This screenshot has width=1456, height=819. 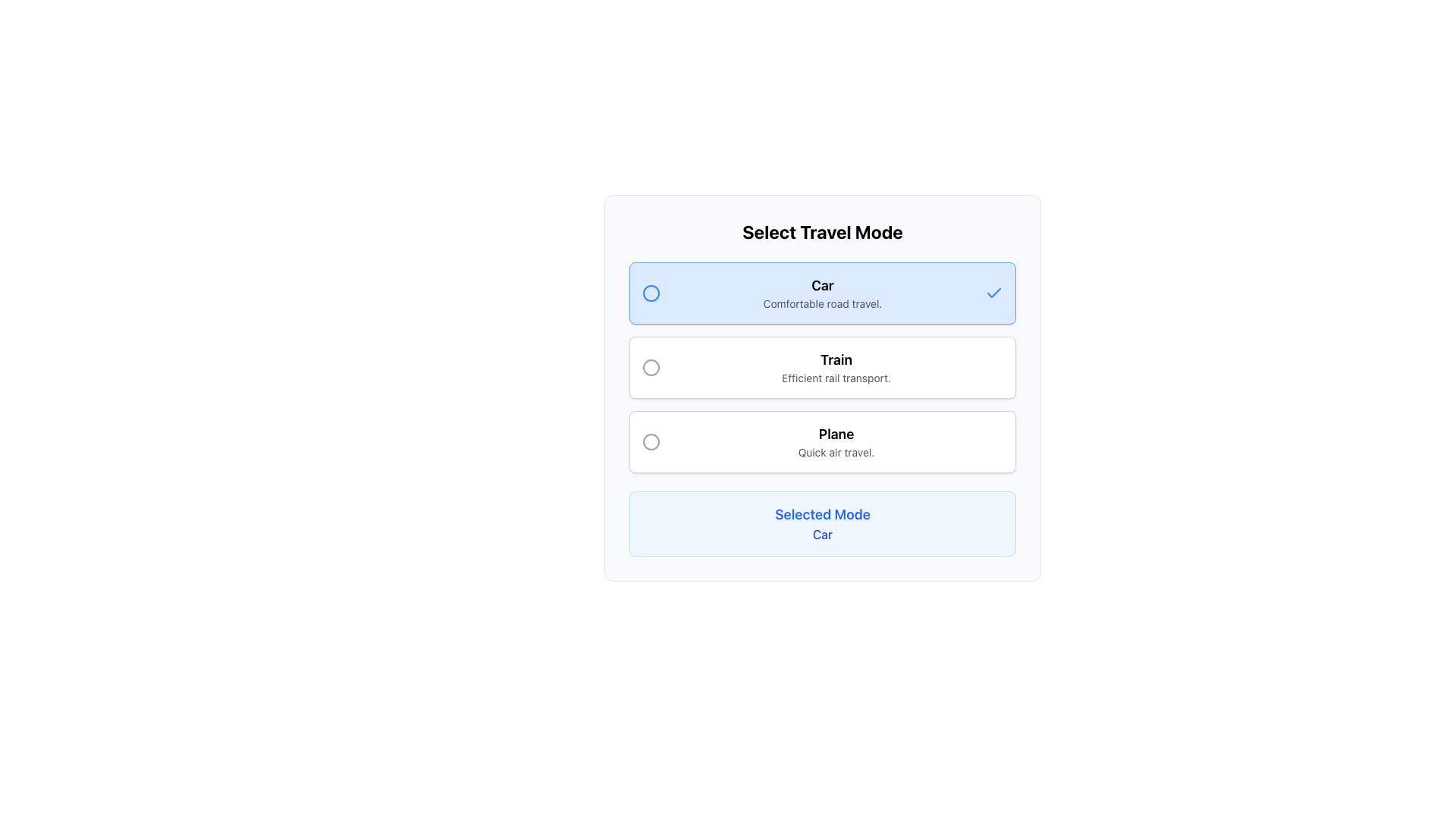 I want to click on the 'Car' travel mode icon, which indicates that the 'Car' option has been selected, so click(x=993, y=292).